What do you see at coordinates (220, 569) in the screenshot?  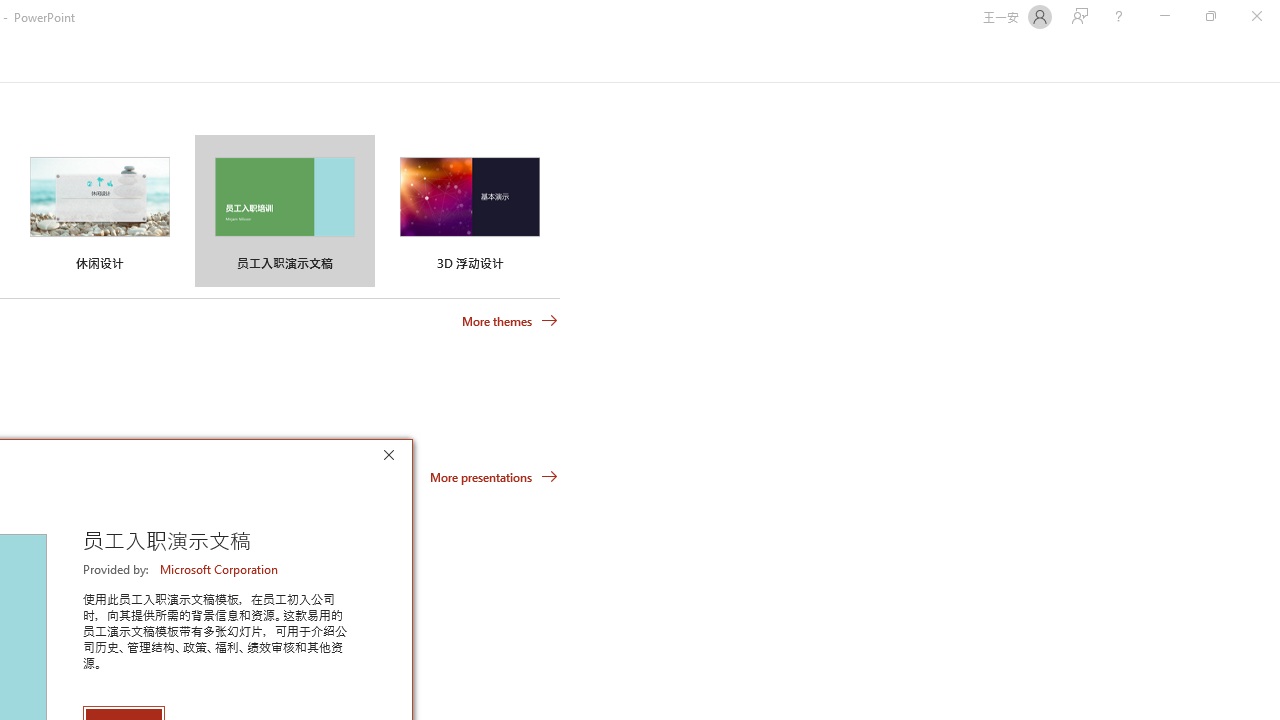 I see `'Microsoft Corporation'` at bounding box center [220, 569].